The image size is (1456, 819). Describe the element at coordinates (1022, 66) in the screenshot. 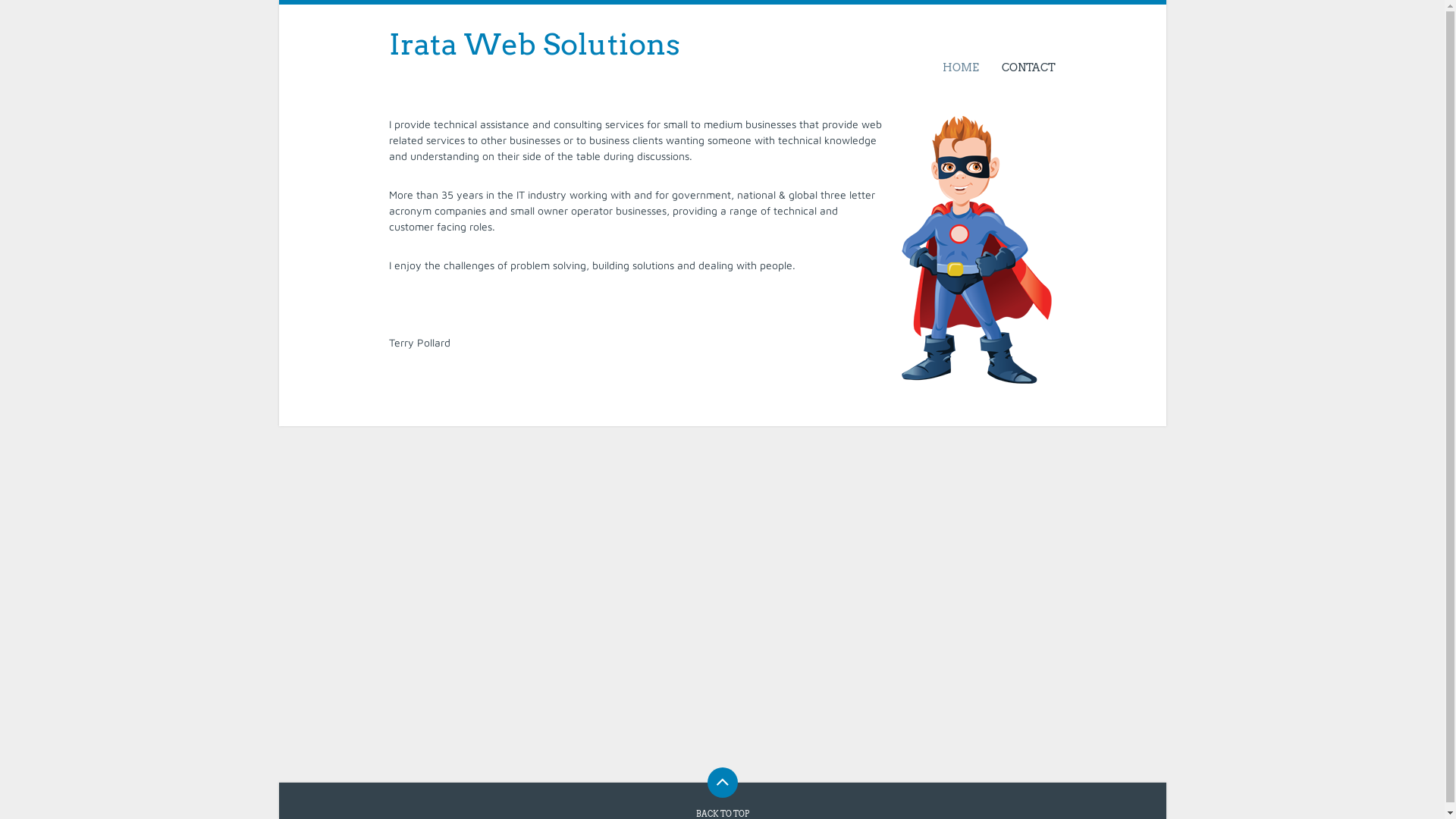

I see `'CONTACT'` at that location.